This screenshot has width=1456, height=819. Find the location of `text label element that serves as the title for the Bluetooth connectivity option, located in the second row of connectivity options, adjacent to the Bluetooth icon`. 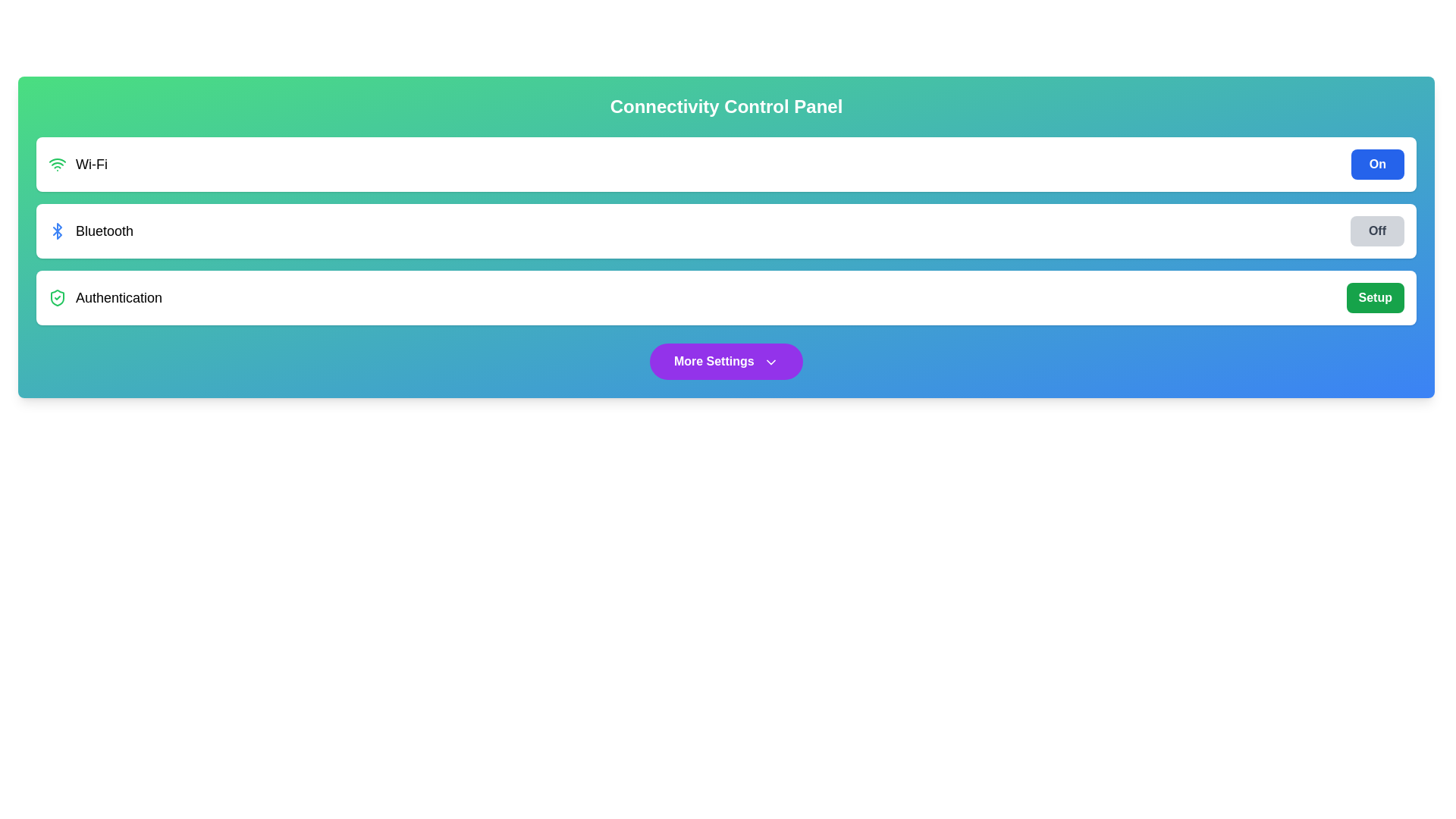

text label element that serves as the title for the Bluetooth connectivity option, located in the second row of connectivity options, adjacent to the Bluetooth icon is located at coordinates (104, 231).